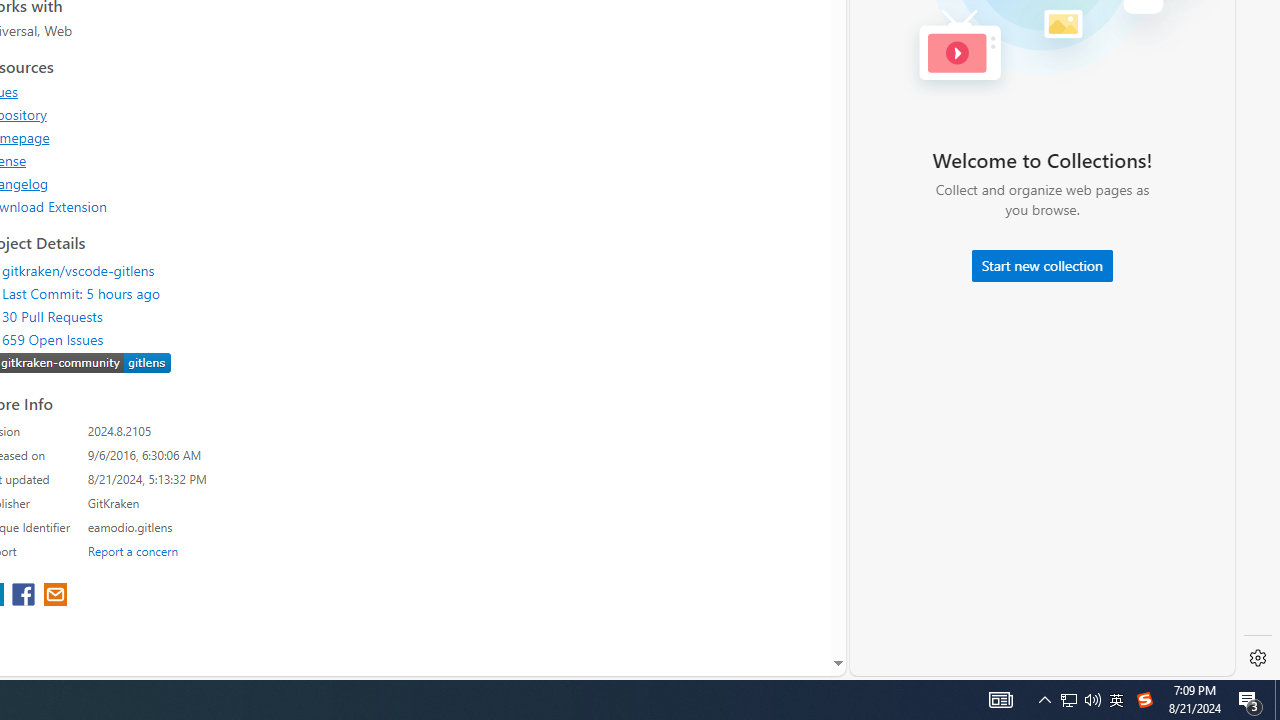  I want to click on 'share extension on facebook', so click(26, 595).